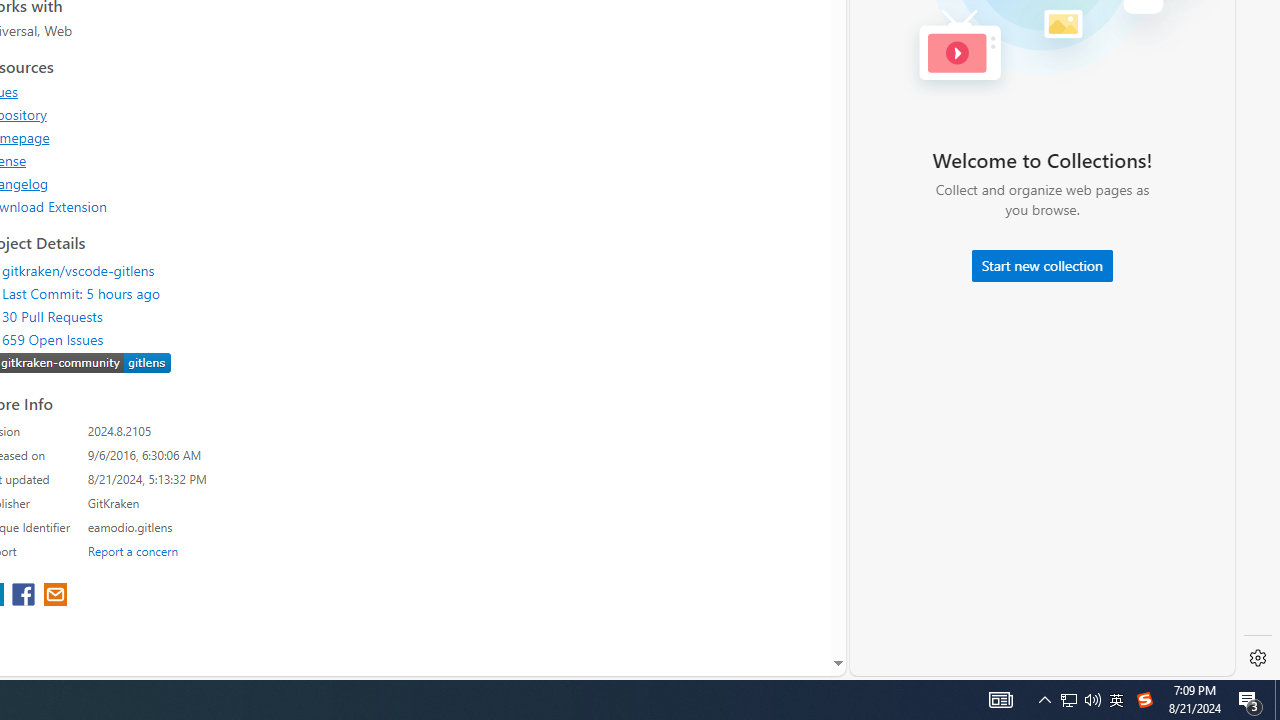  I want to click on 'share extension on facebook', so click(26, 595).